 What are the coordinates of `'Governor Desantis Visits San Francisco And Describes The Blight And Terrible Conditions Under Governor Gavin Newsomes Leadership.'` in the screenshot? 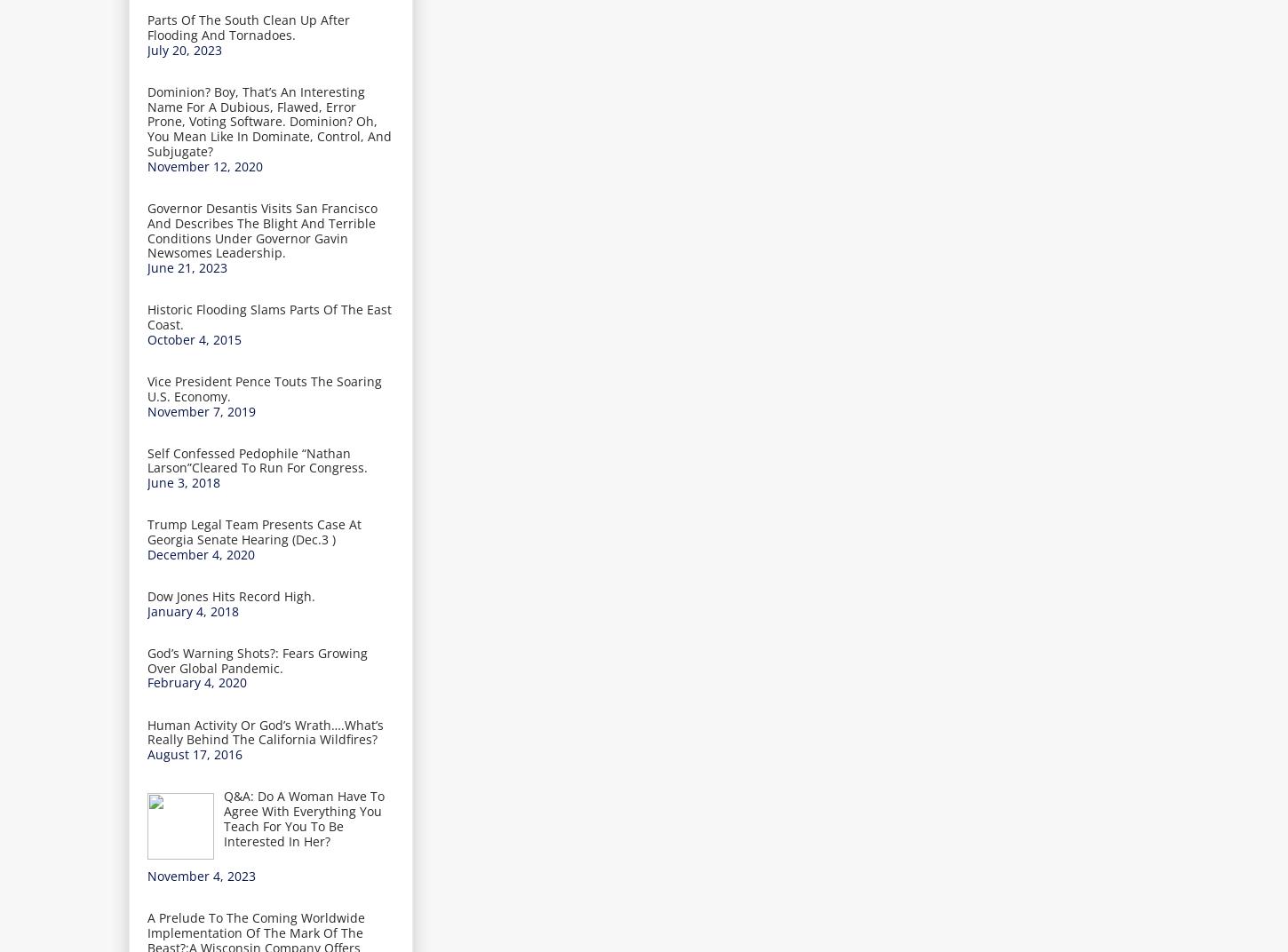 It's located at (262, 229).